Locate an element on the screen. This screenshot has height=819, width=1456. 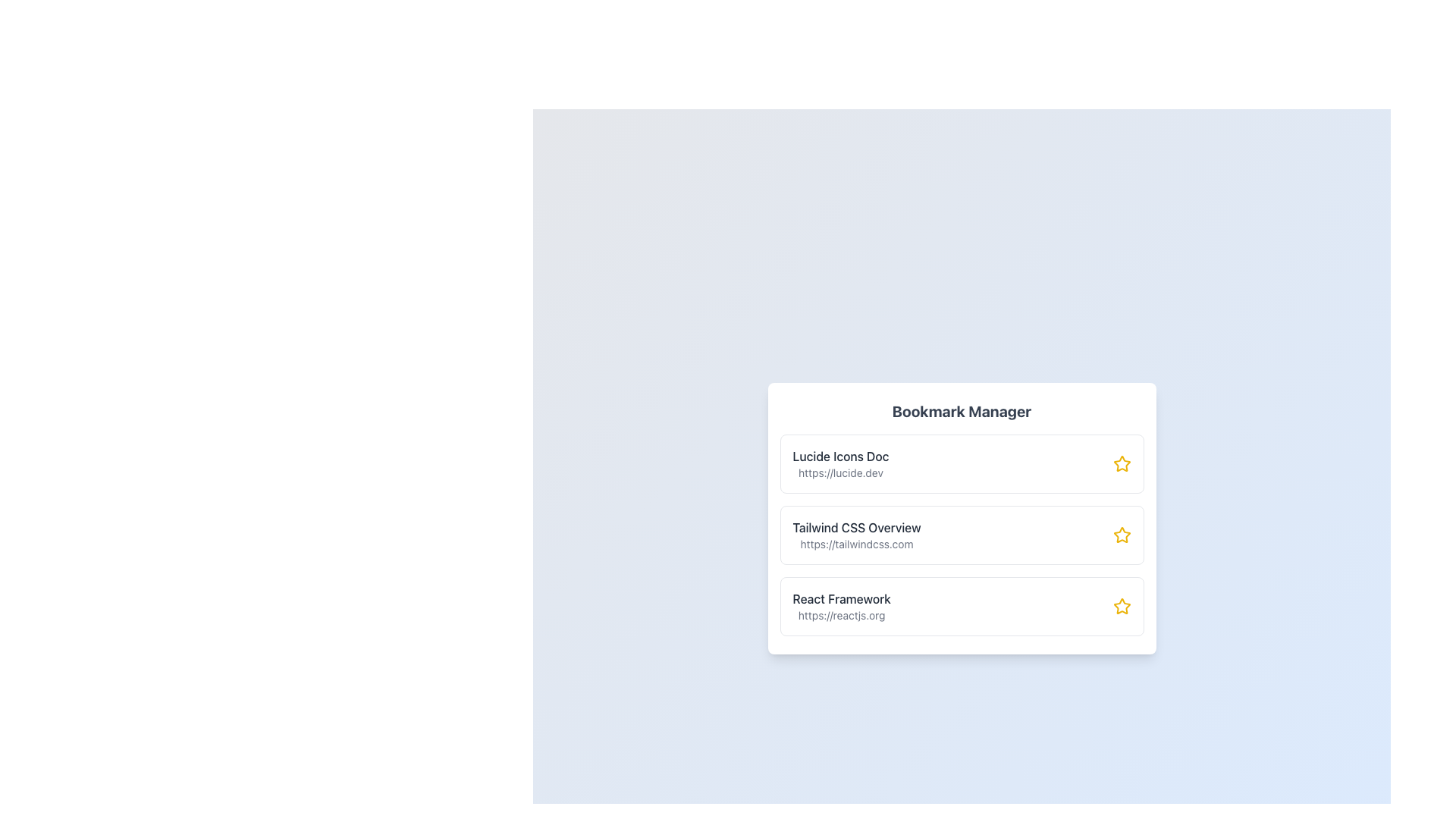
the Interactive icon on the right side of the item labeled 'Lucide Icons Doc' in the 'Bookmark Manager' is located at coordinates (1121, 462).